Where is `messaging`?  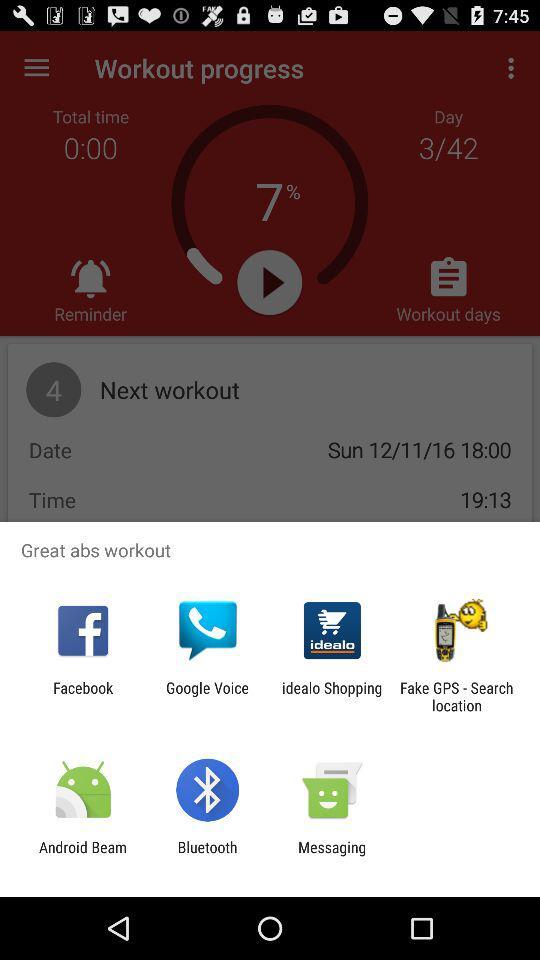 messaging is located at coordinates (332, 855).